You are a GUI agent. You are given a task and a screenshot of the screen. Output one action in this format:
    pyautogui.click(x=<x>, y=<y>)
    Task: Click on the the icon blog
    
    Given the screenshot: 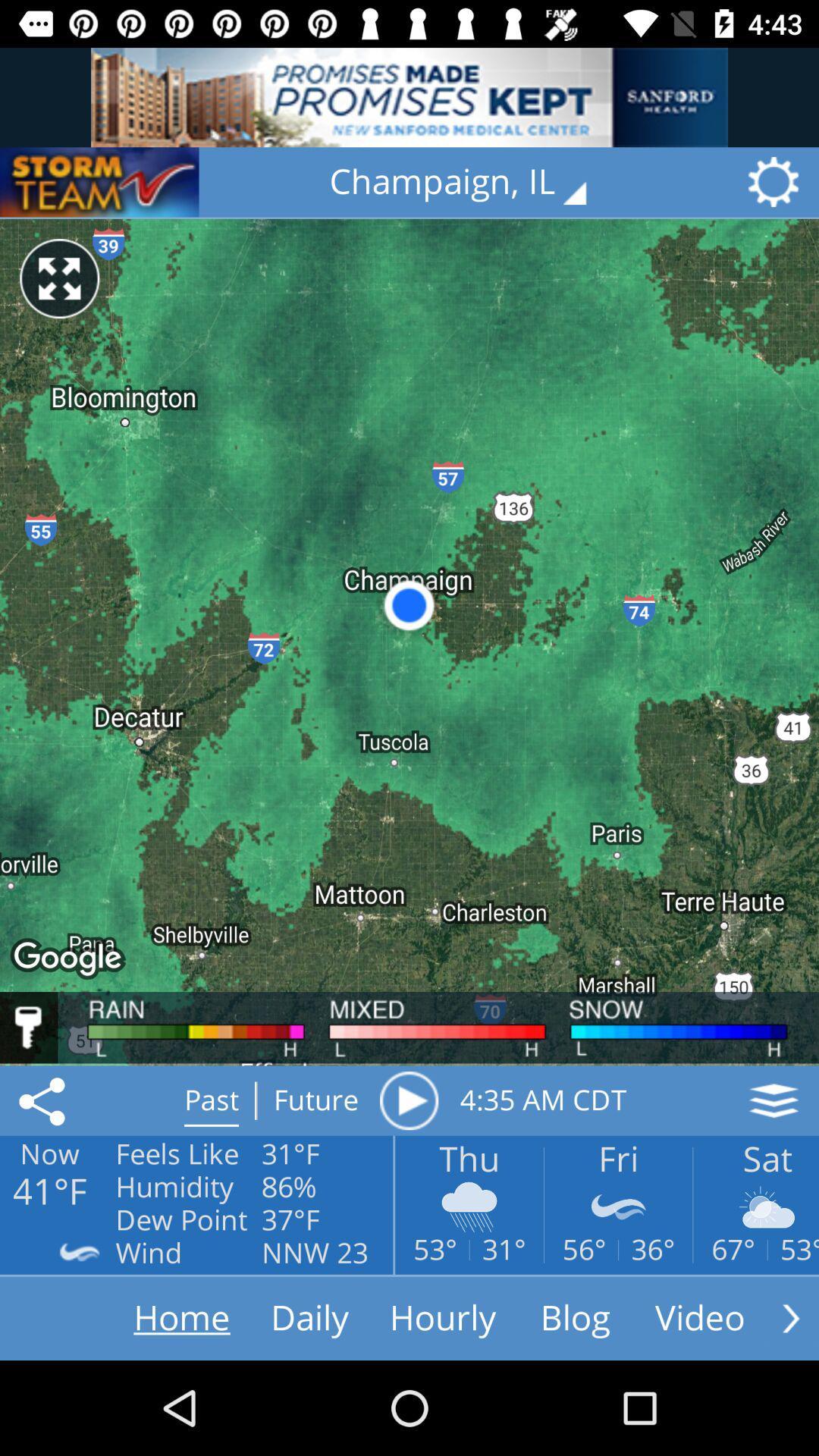 What is the action you would take?
    pyautogui.click(x=576, y=1317)
    